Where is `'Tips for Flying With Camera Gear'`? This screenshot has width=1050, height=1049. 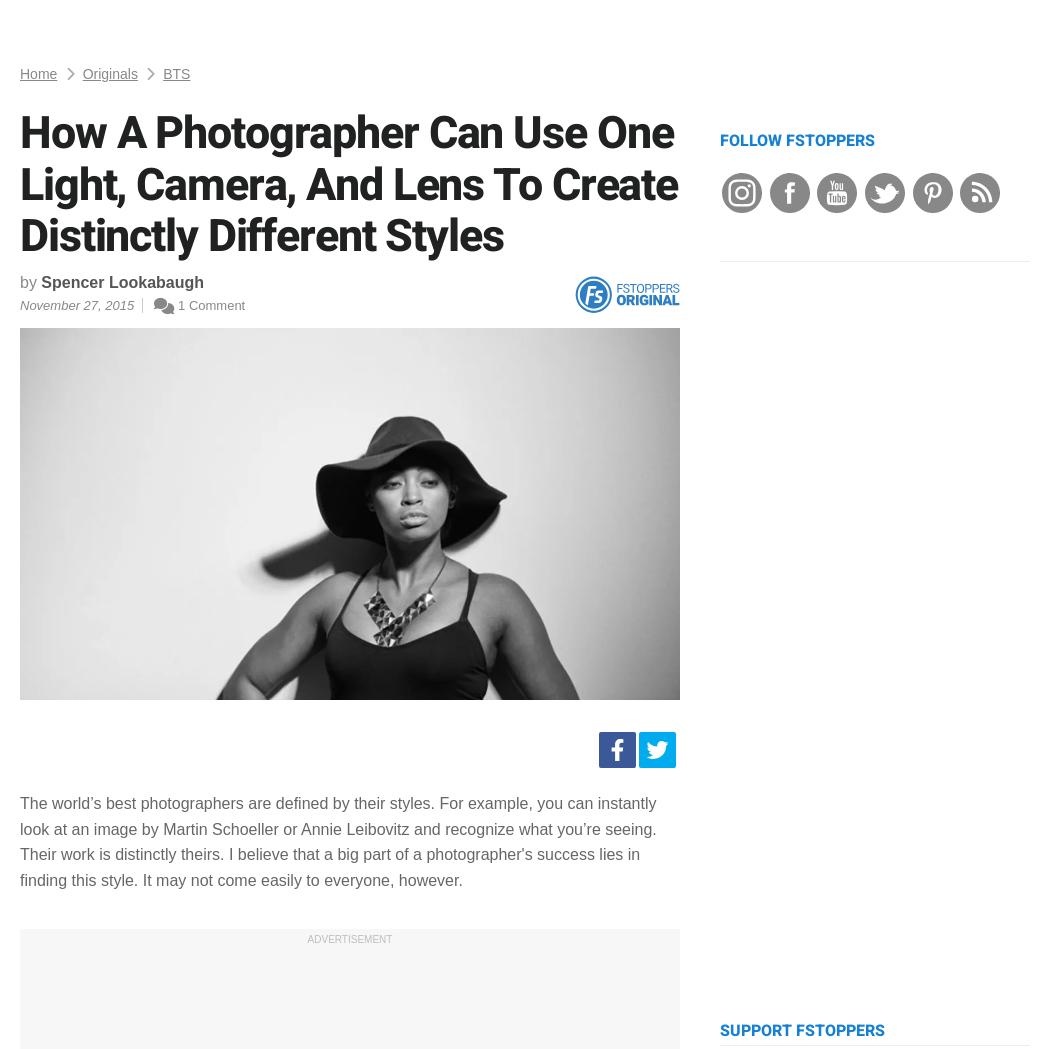
'Tips for Flying With Camera Gear' is located at coordinates (926, 288).